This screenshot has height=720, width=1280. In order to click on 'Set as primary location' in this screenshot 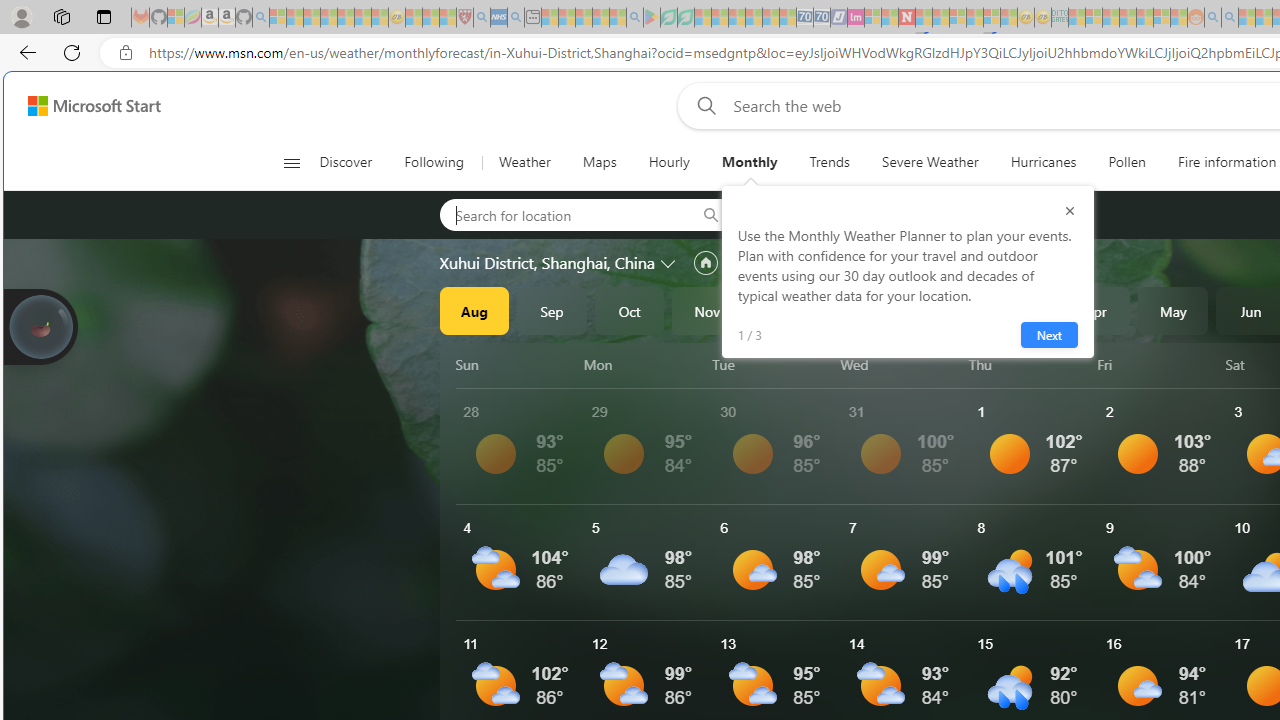, I will do `click(705, 262)`.